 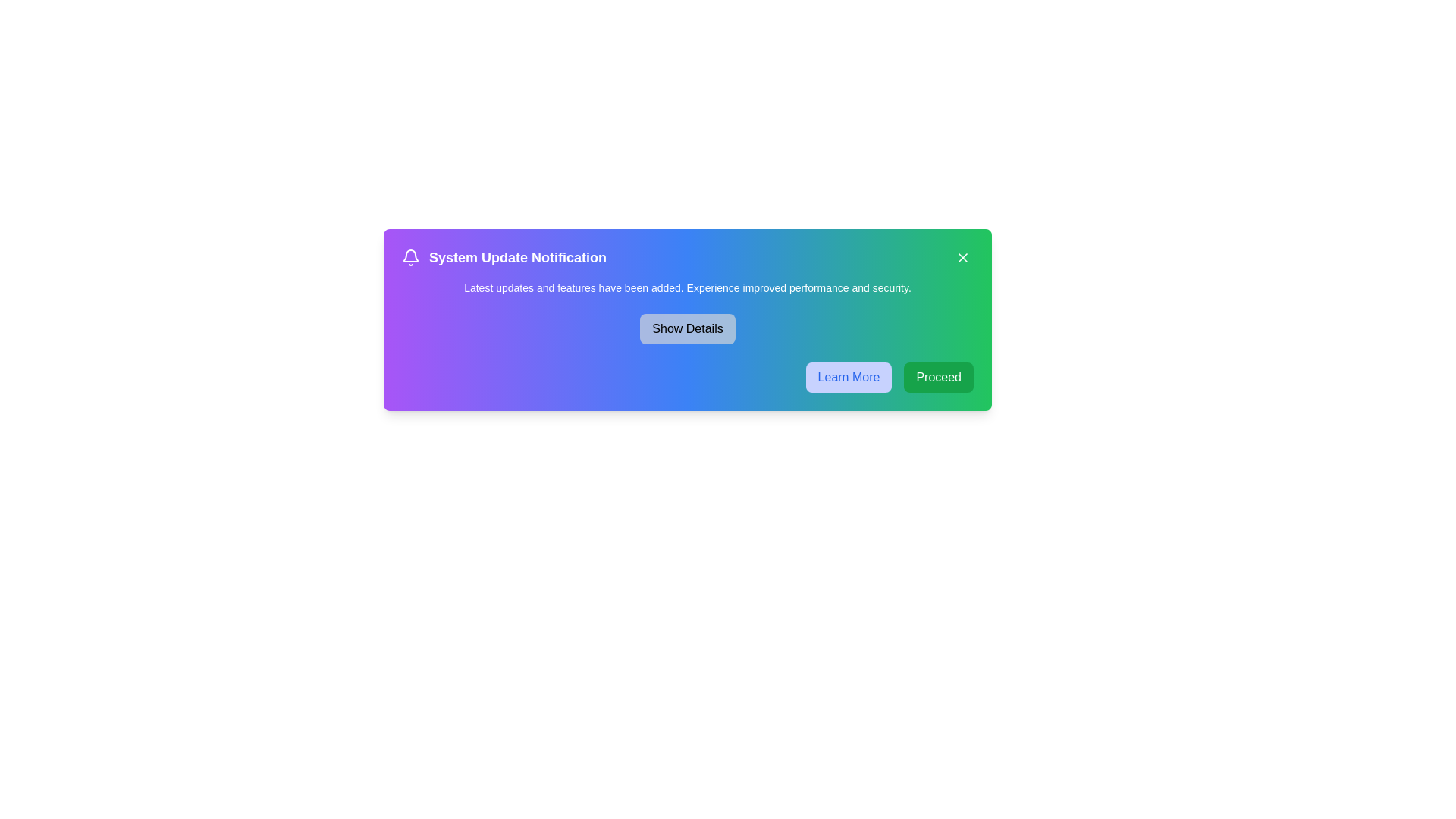 What do you see at coordinates (962, 256) in the screenshot?
I see `the close button located at the top-right corner of the notification panel to observe the hover effect` at bounding box center [962, 256].